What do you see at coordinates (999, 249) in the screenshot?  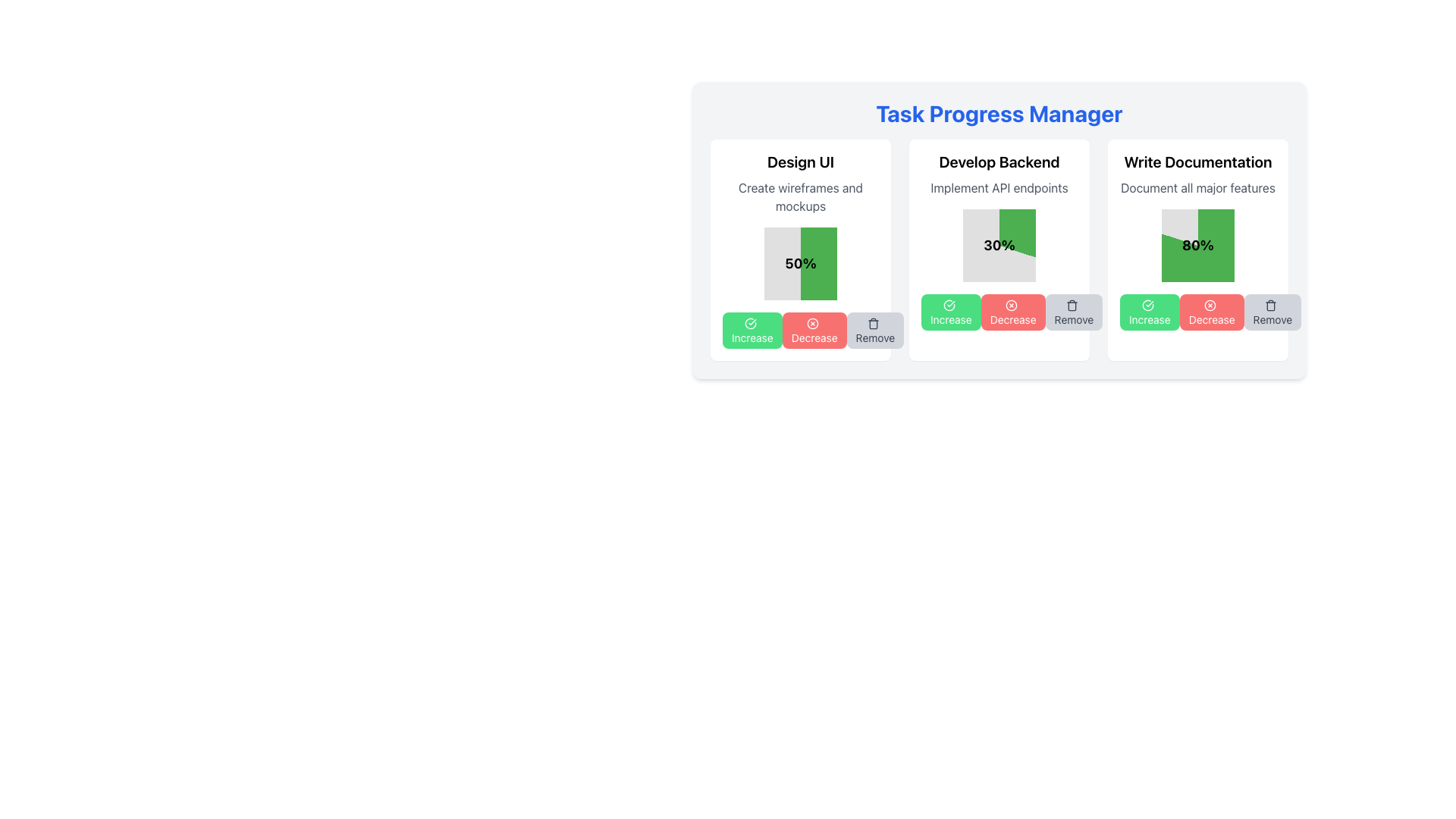 I see `percentage value displayed on the Circular Progress Indicator, which shows '30%' and is located in the middle of the horizontal triplet in the 'Task Progress Manager' section` at bounding box center [999, 249].